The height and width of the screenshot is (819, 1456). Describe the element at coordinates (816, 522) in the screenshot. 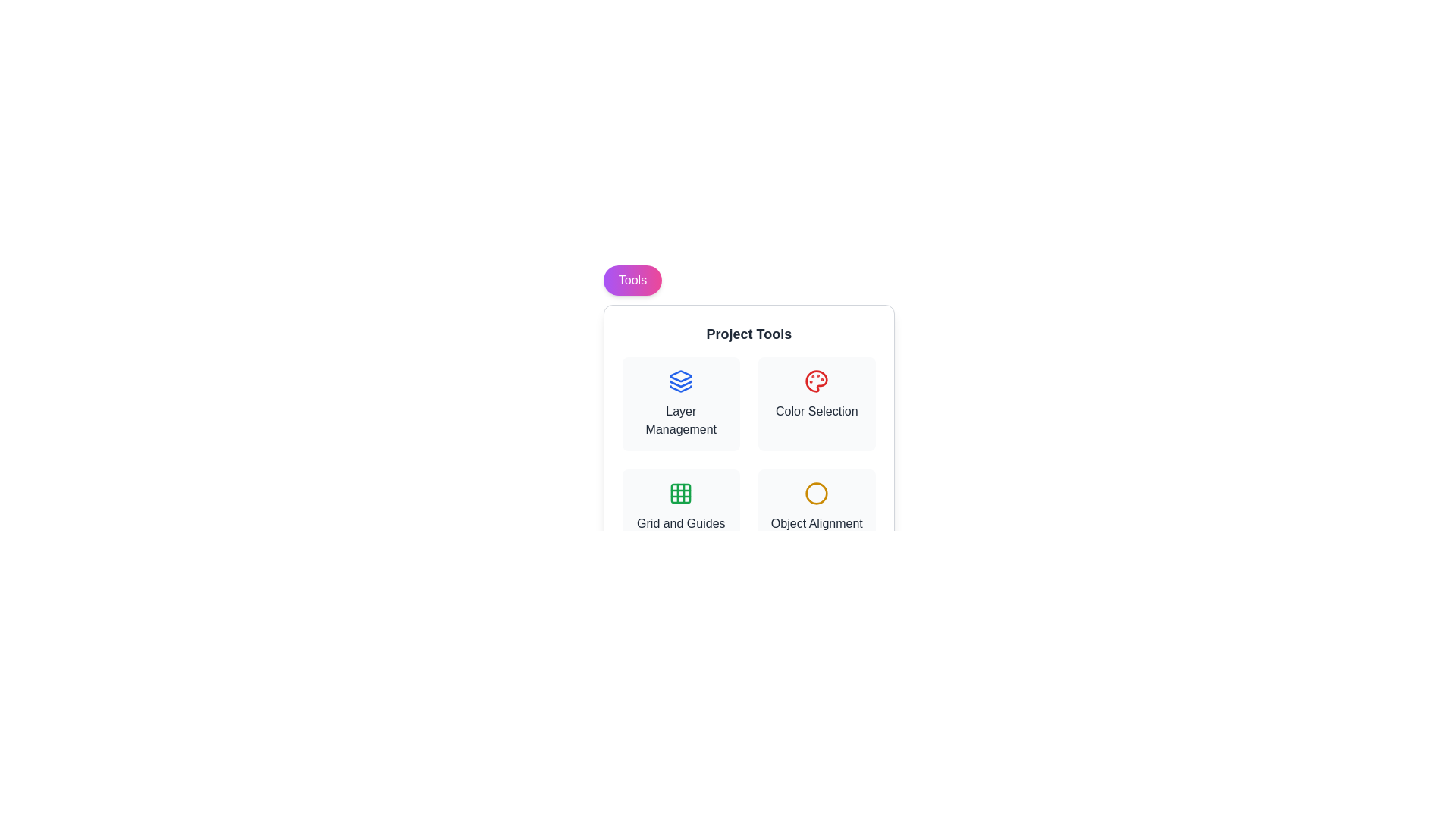

I see `the 'Object Alignment' text label, which is styled in gray with medium font weight and located centrally below an icon in the bottom right section of the interface` at that location.